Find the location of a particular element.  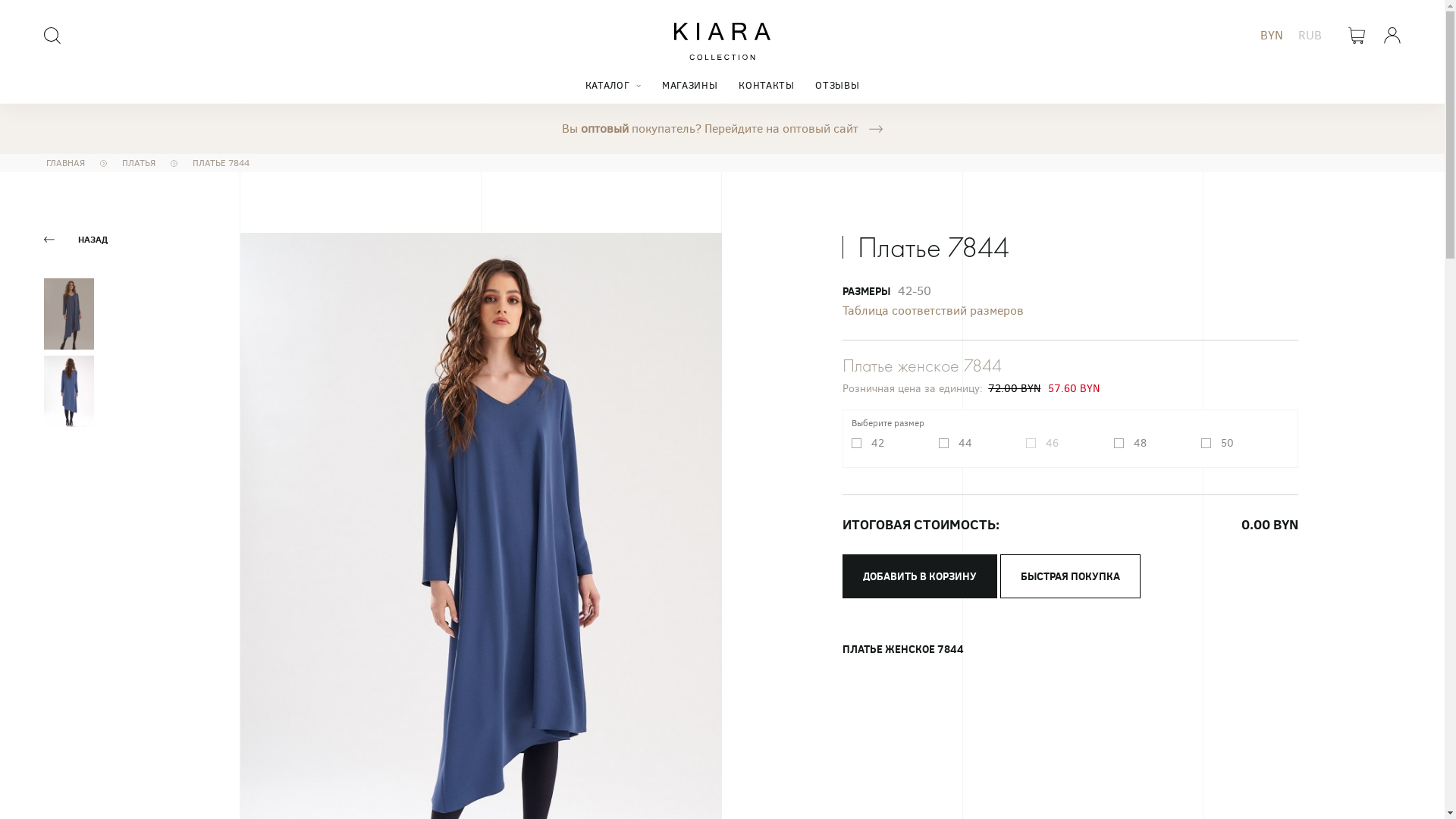

'RUB' is located at coordinates (1309, 34).